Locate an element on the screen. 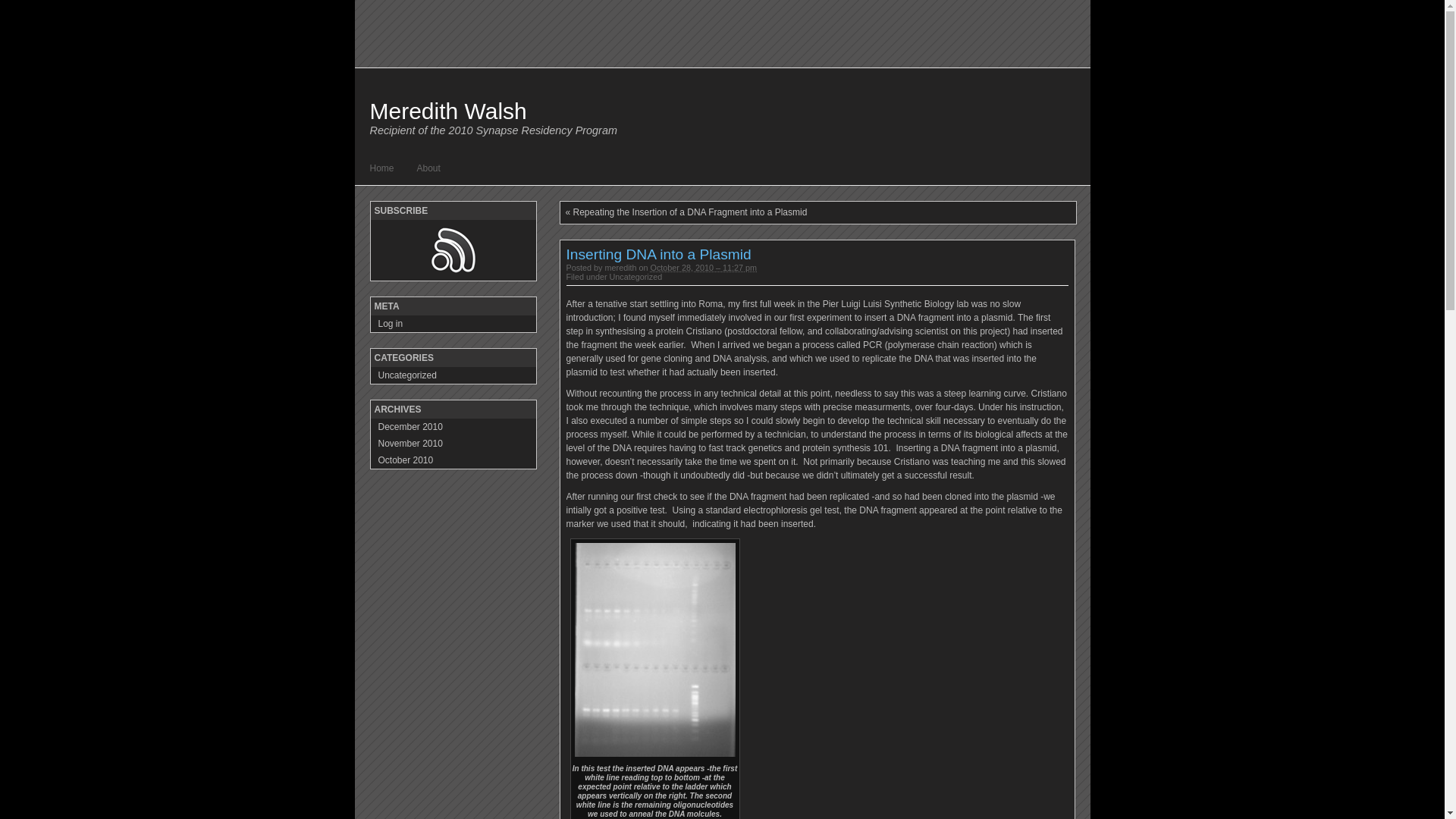 The image size is (1456, 819). 'About' is located at coordinates (428, 168).